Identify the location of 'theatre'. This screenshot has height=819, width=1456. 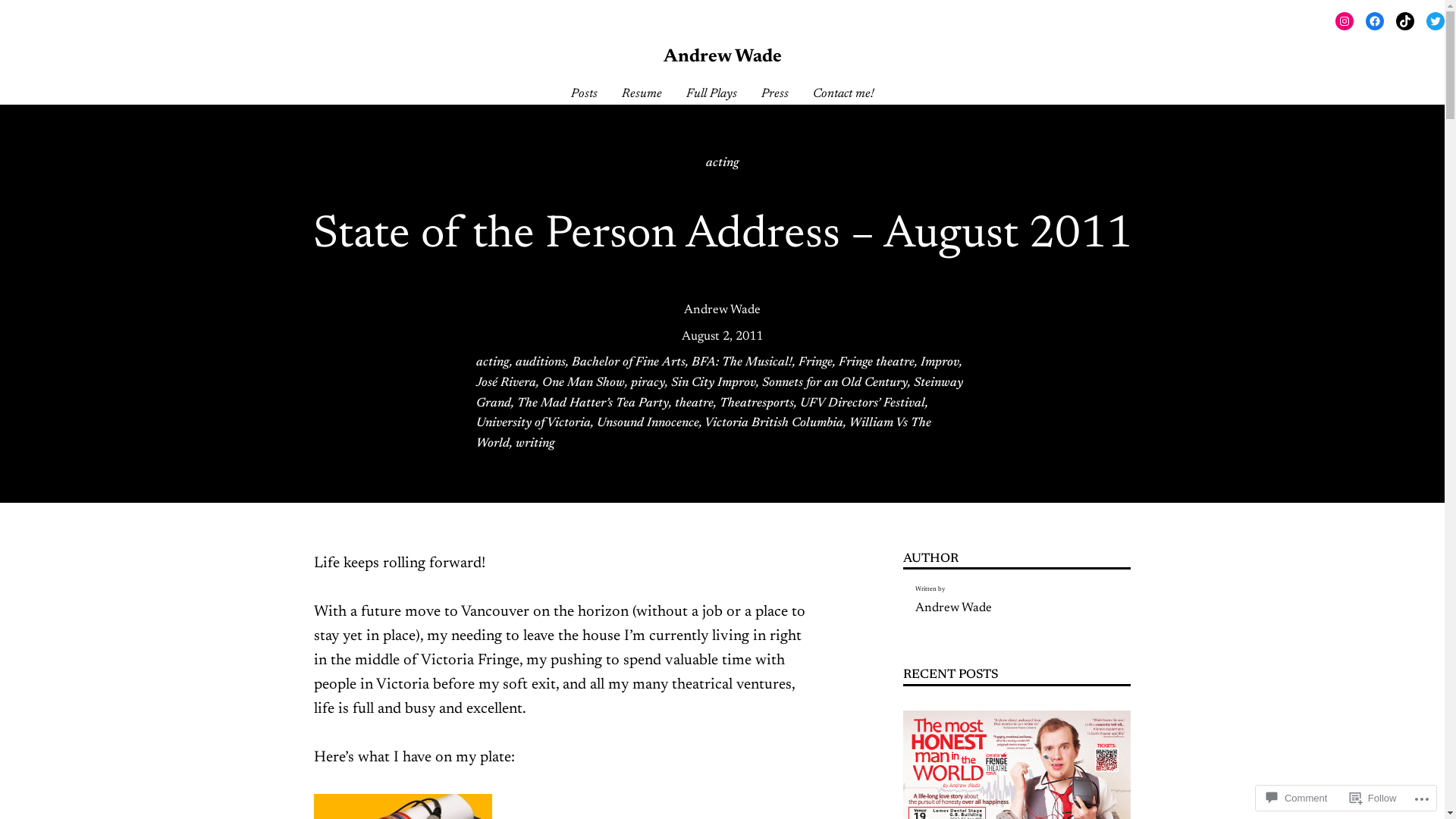
(693, 403).